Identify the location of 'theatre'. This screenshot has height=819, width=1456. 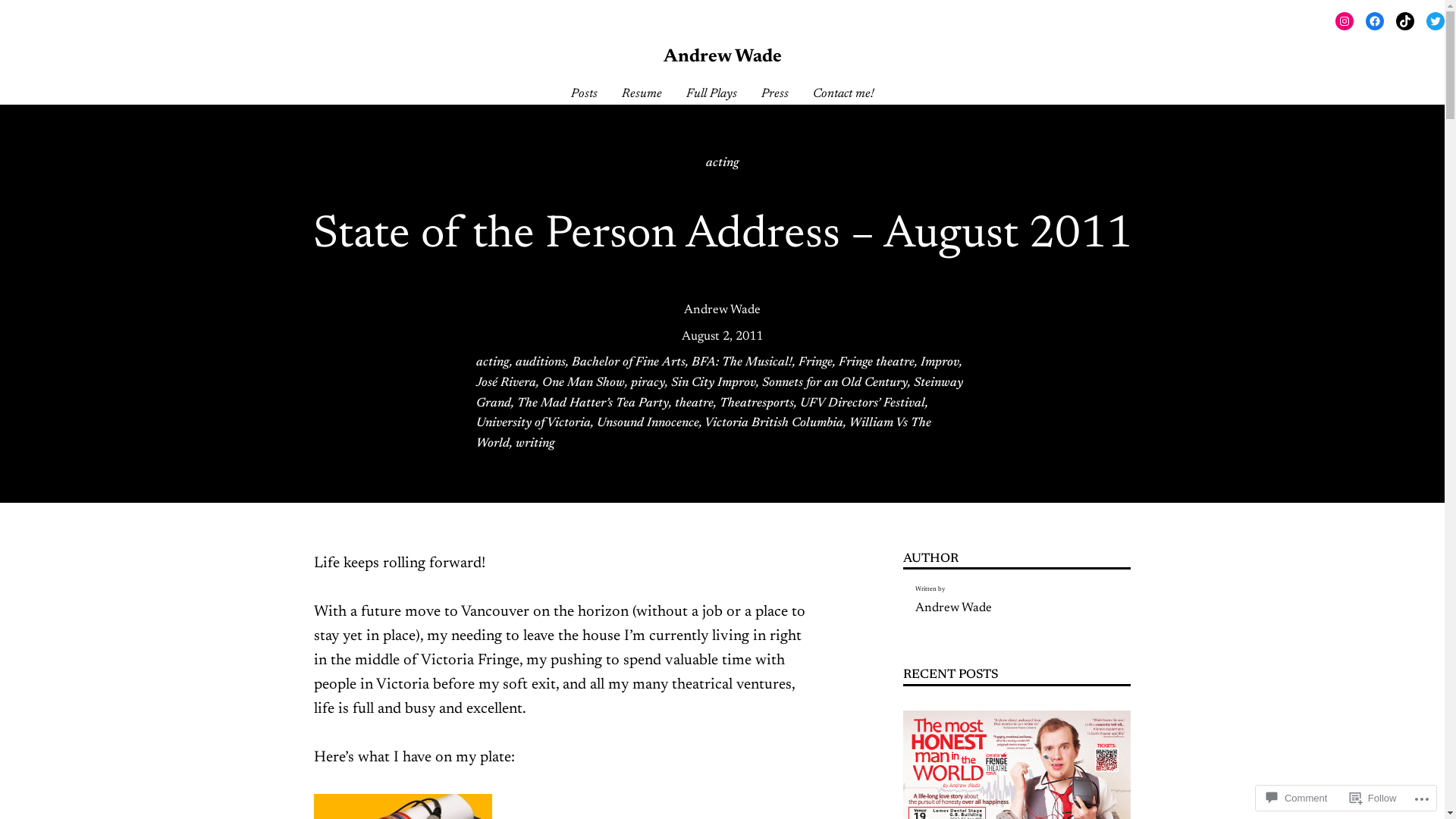
(693, 403).